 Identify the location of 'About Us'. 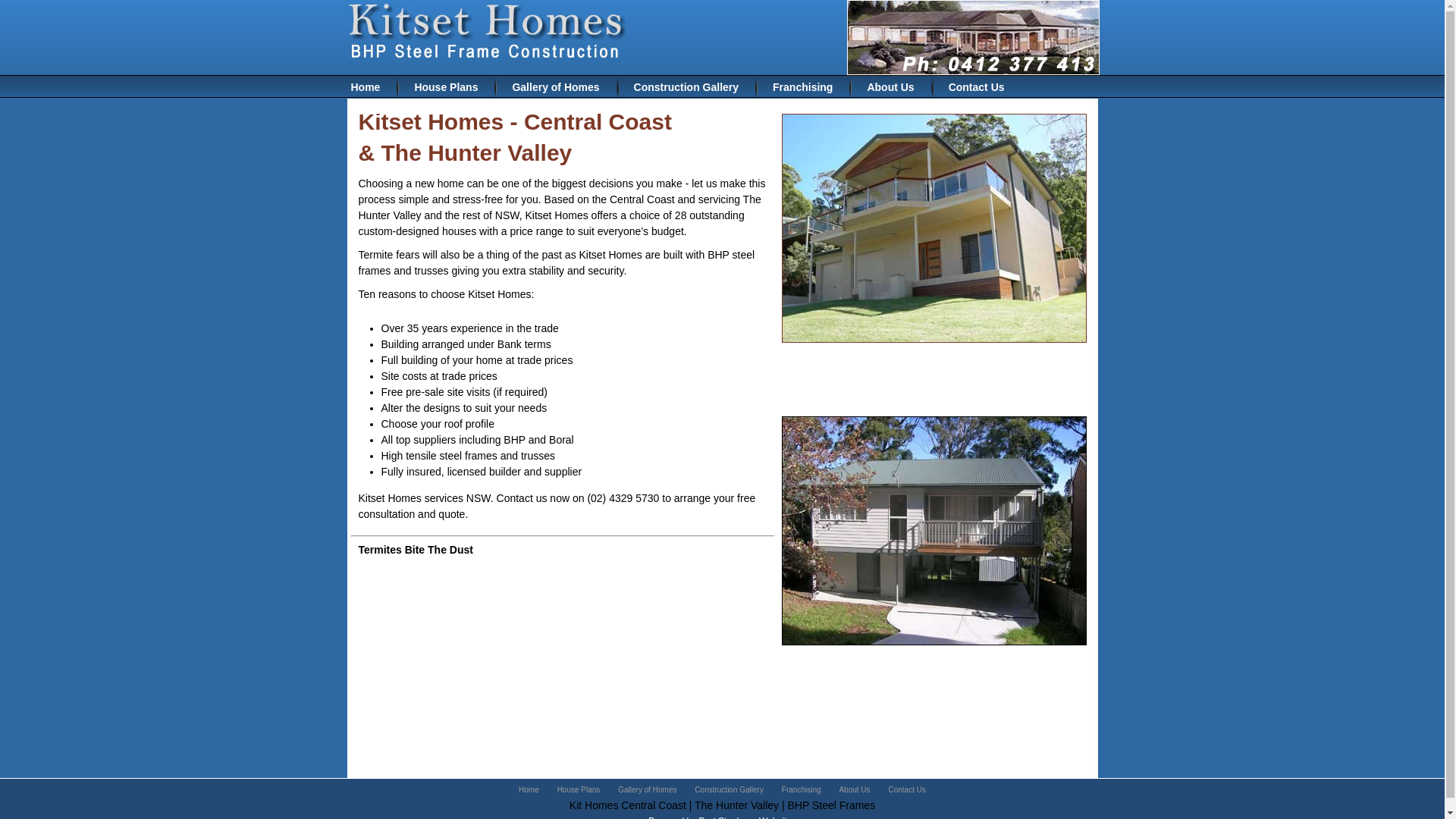
(854, 789).